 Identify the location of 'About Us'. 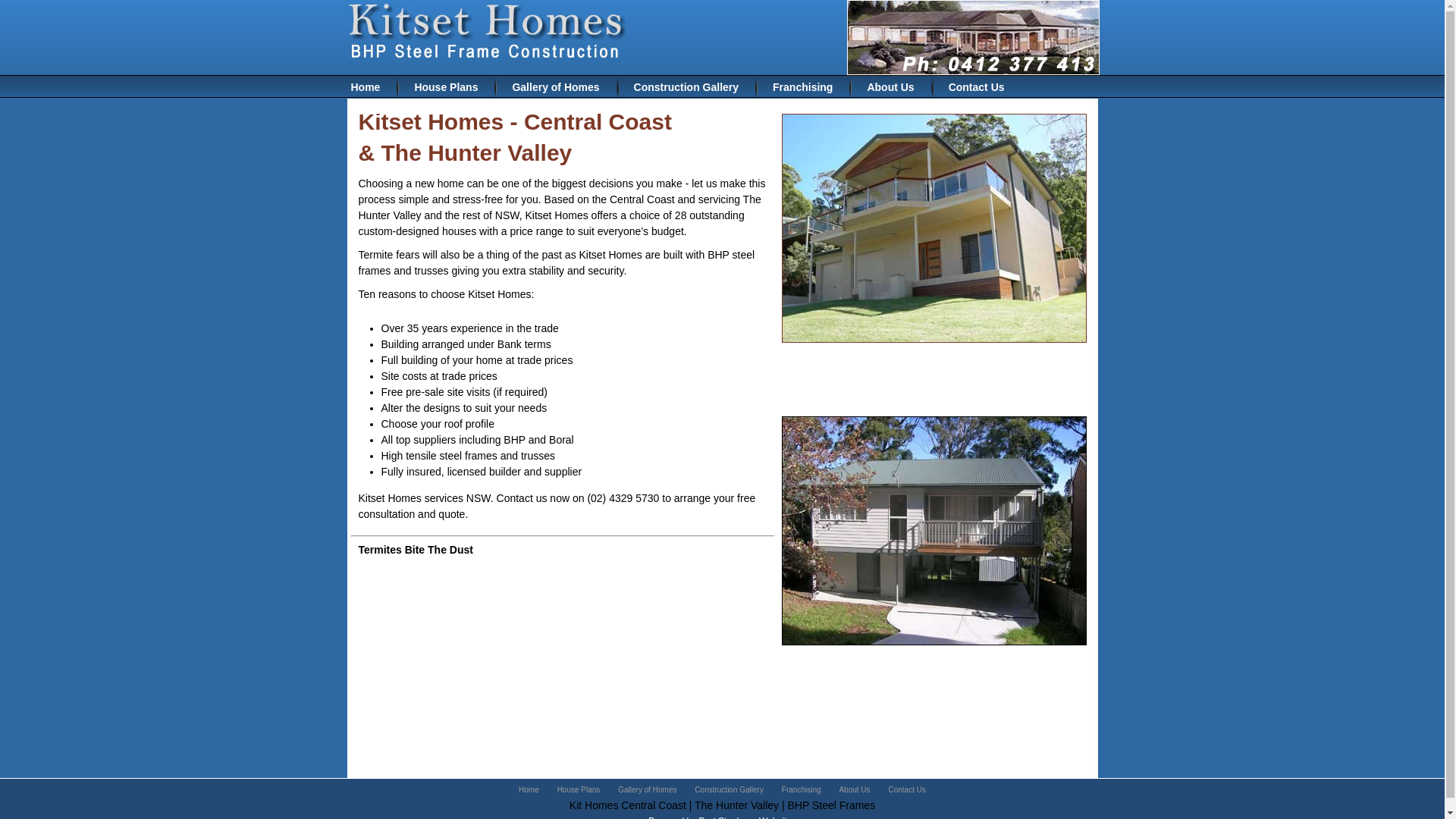
(854, 789).